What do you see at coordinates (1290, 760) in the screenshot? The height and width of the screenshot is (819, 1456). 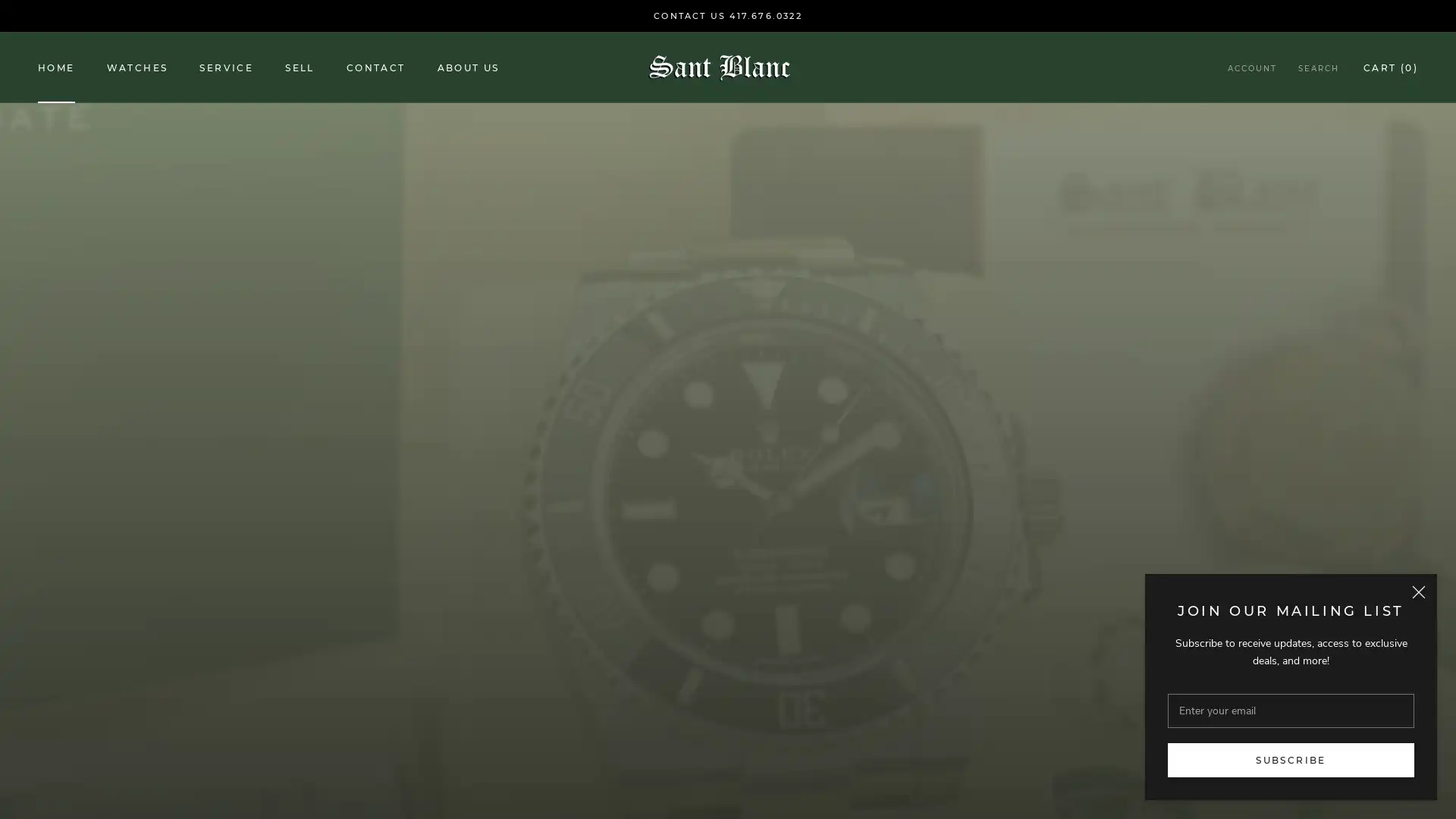 I see `SUBSCRIBE` at bounding box center [1290, 760].